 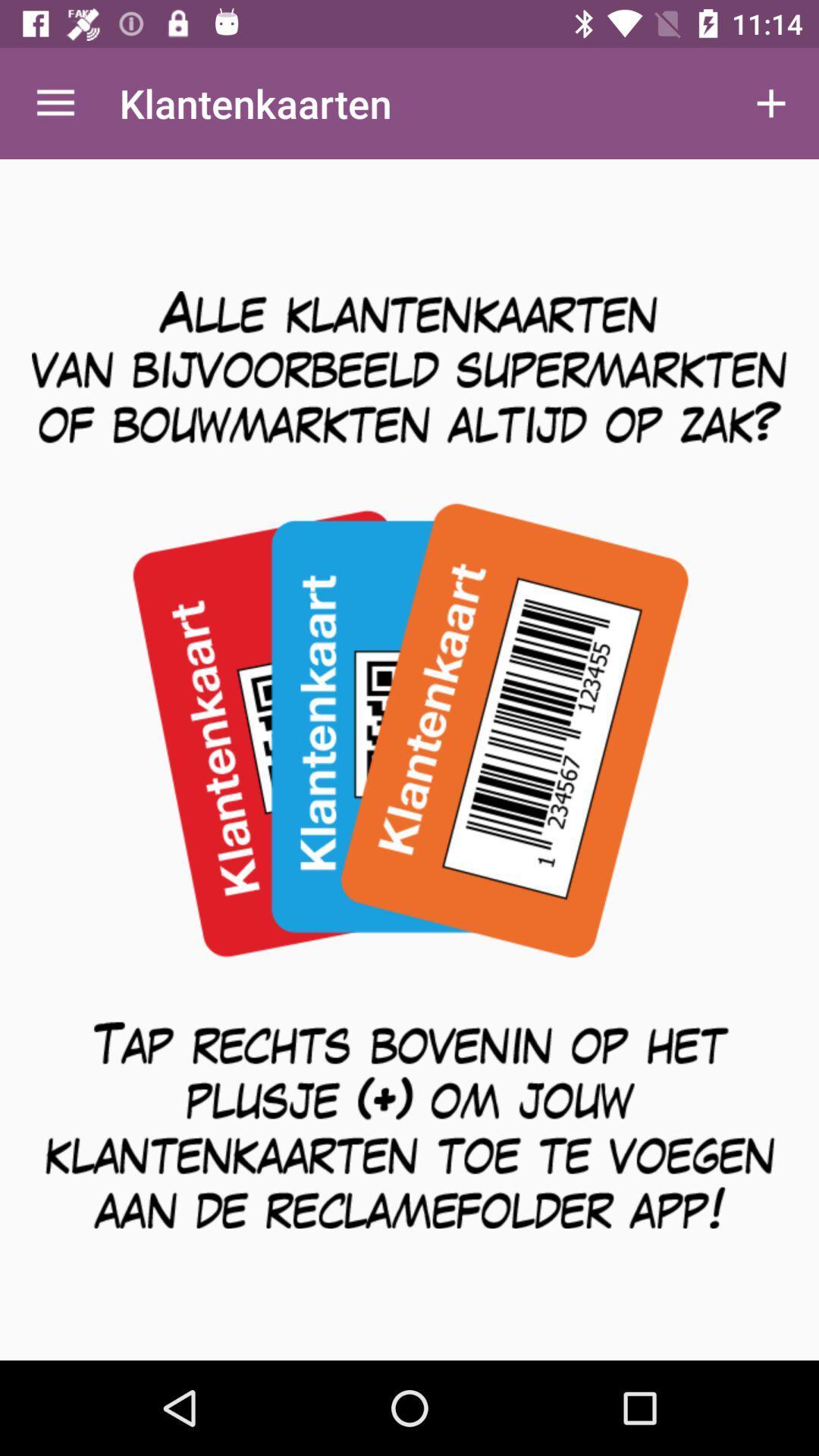 What do you see at coordinates (55, 102) in the screenshot?
I see `the app next to klantenkaarten icon` at bounding box center [55, 102].